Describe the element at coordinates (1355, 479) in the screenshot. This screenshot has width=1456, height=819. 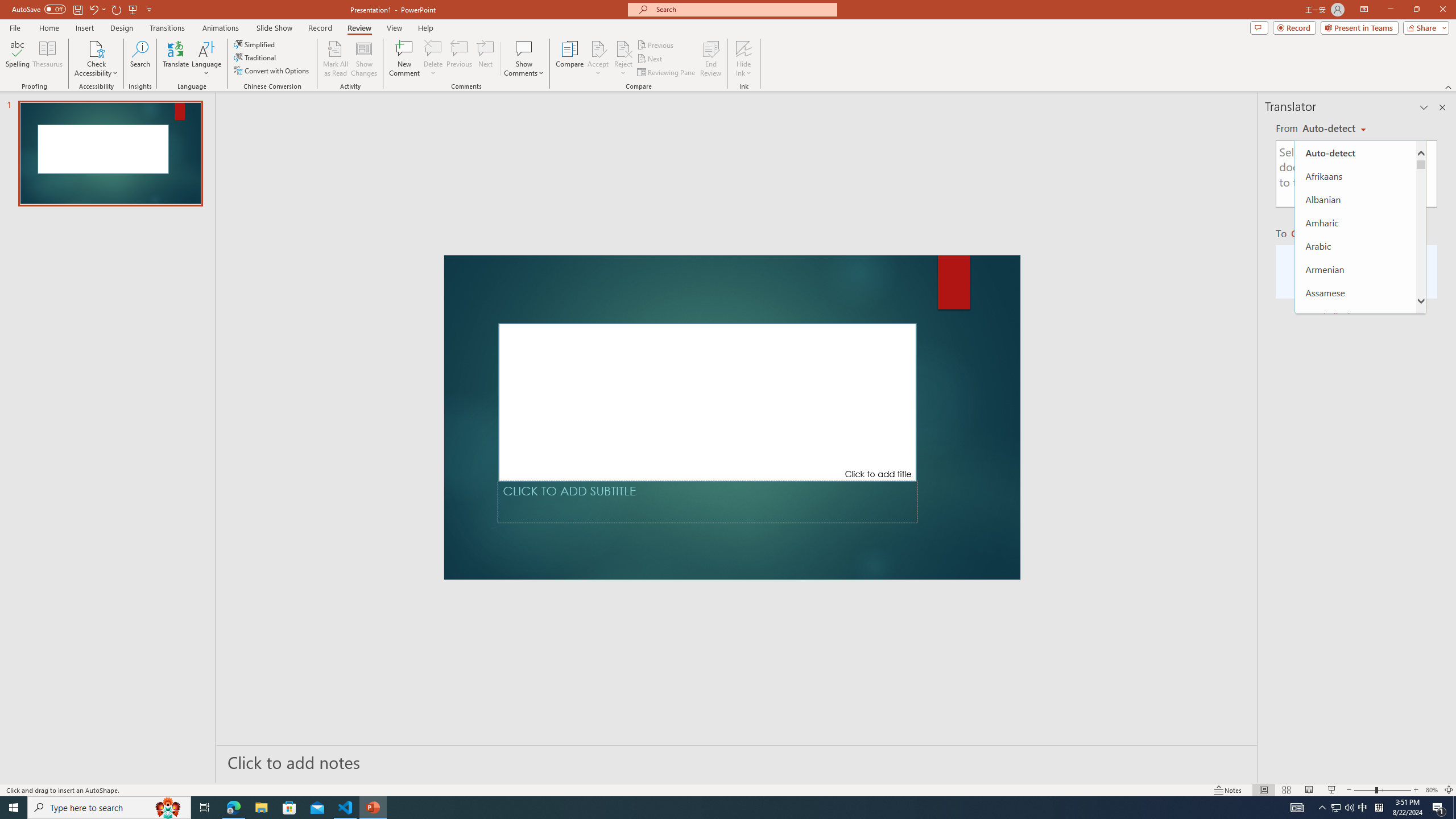
I see `'Bulgarian'` at that location.